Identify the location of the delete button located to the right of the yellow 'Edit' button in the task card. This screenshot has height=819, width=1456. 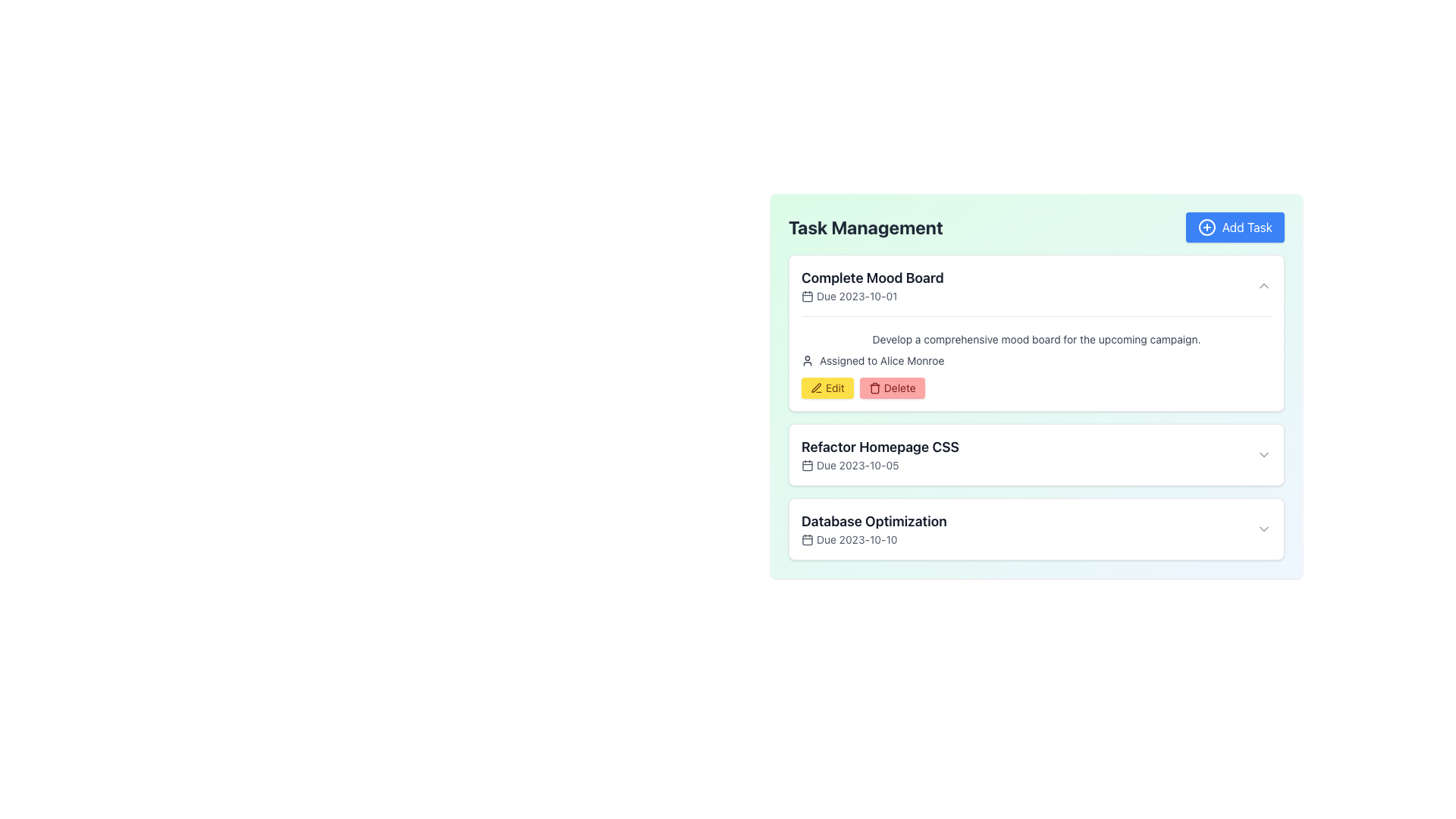
(892, 388).